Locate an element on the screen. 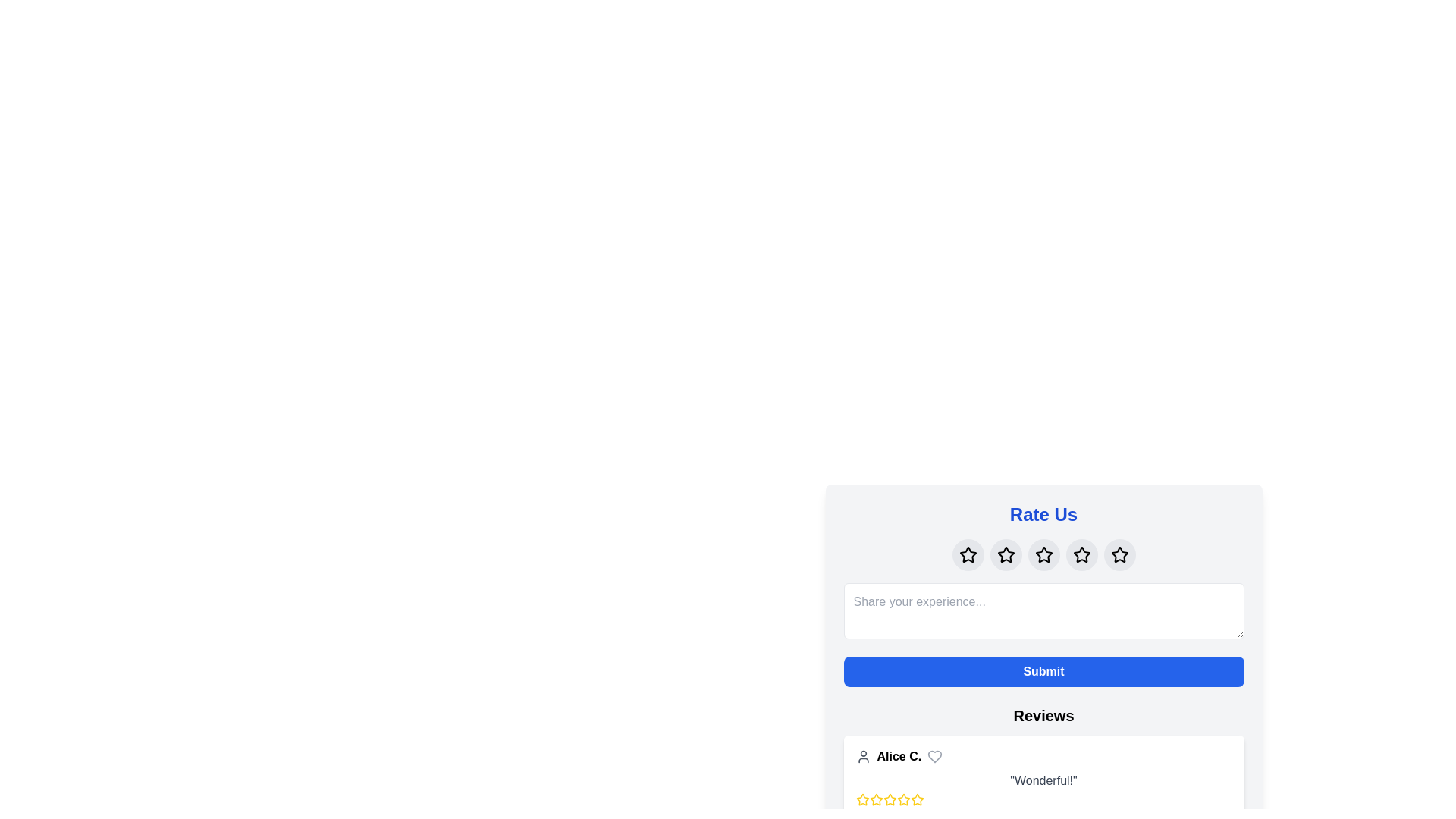  the blue rectangular button with rounded corners labeled 'Submit' is located at coordinates (1043, 671).